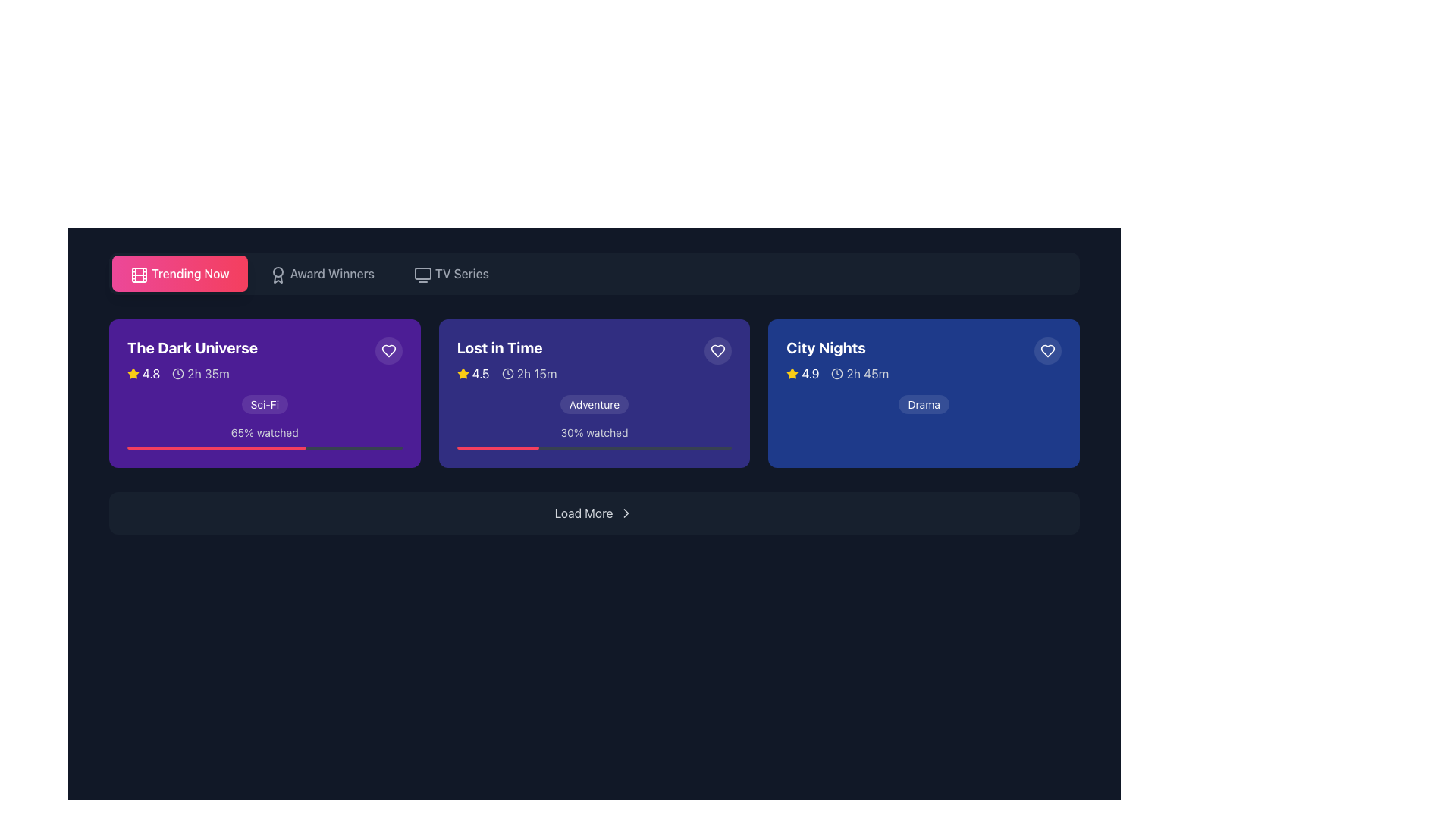 This screenshot has height=819, width=1456. What do you see at coordinates (278, 279) in the screenshot?
I see `the award icon located in the 'Award Winners' section, which serves as a decorative or indicative graphic symbolizing an award or achievement` at bounding box center [278, 279].